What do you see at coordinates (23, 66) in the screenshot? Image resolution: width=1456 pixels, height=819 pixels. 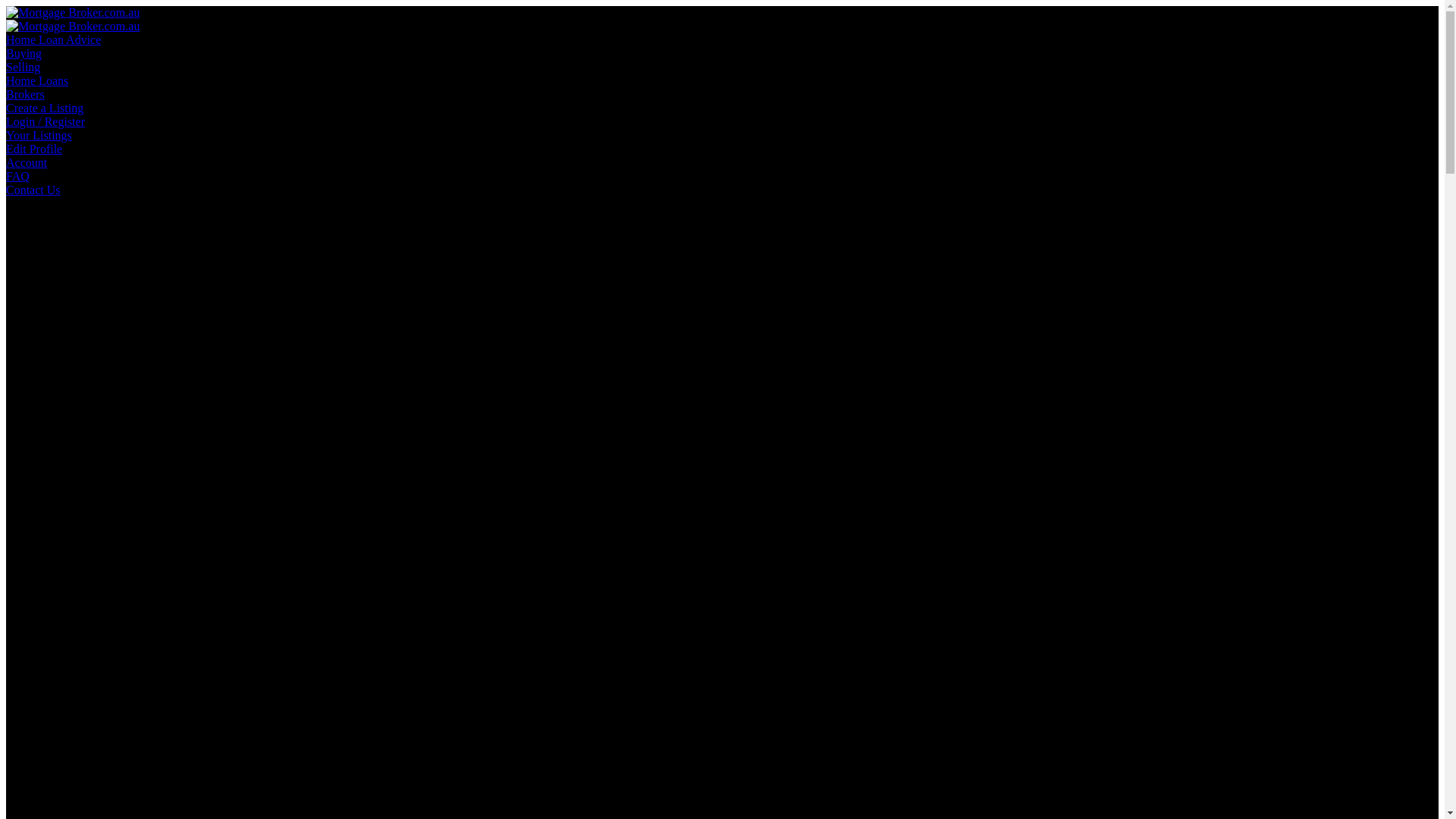 I see `'Selling'` at bounding box center [23, 66].